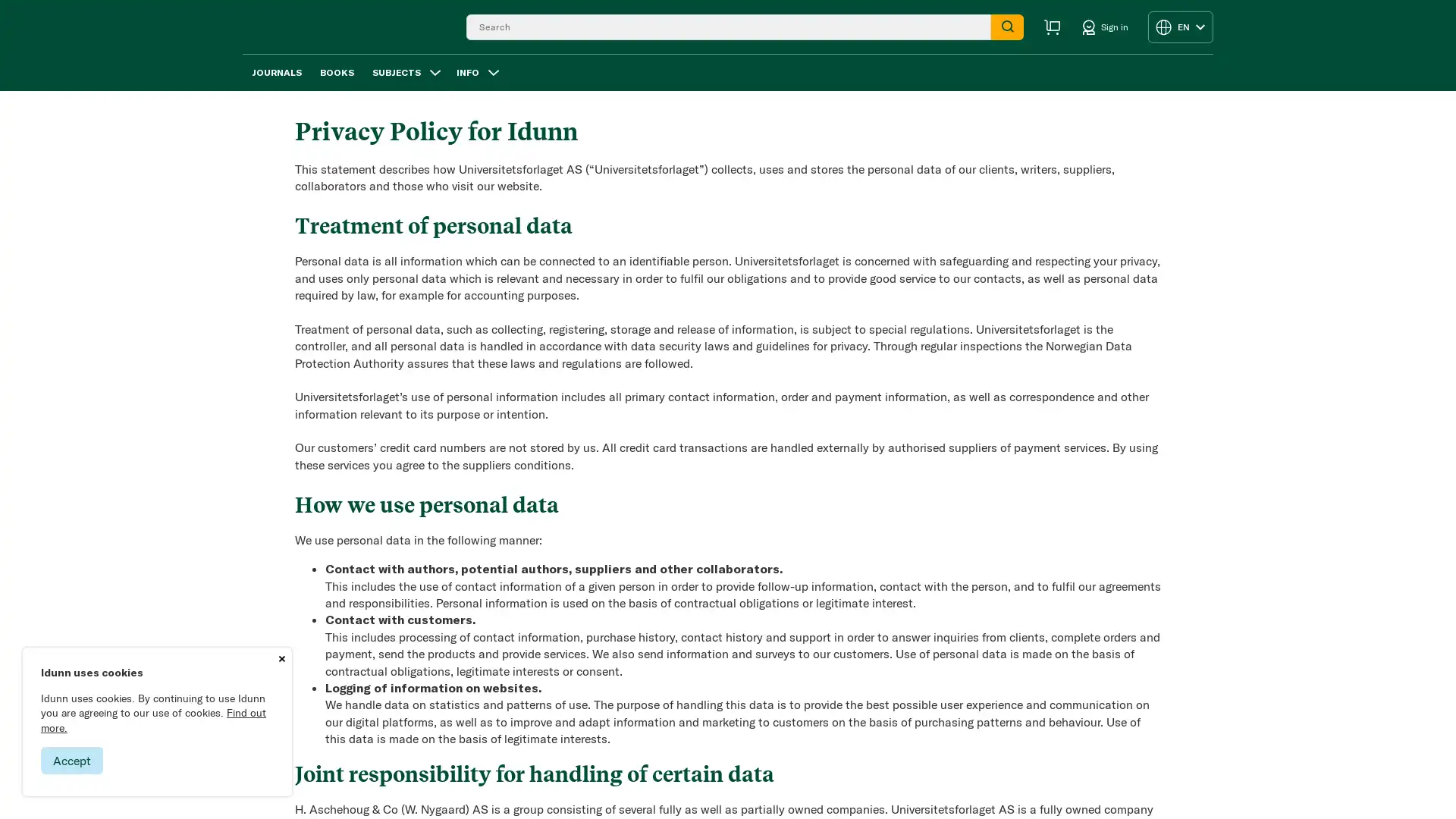  I want to click on EN, so click(1179, 26).